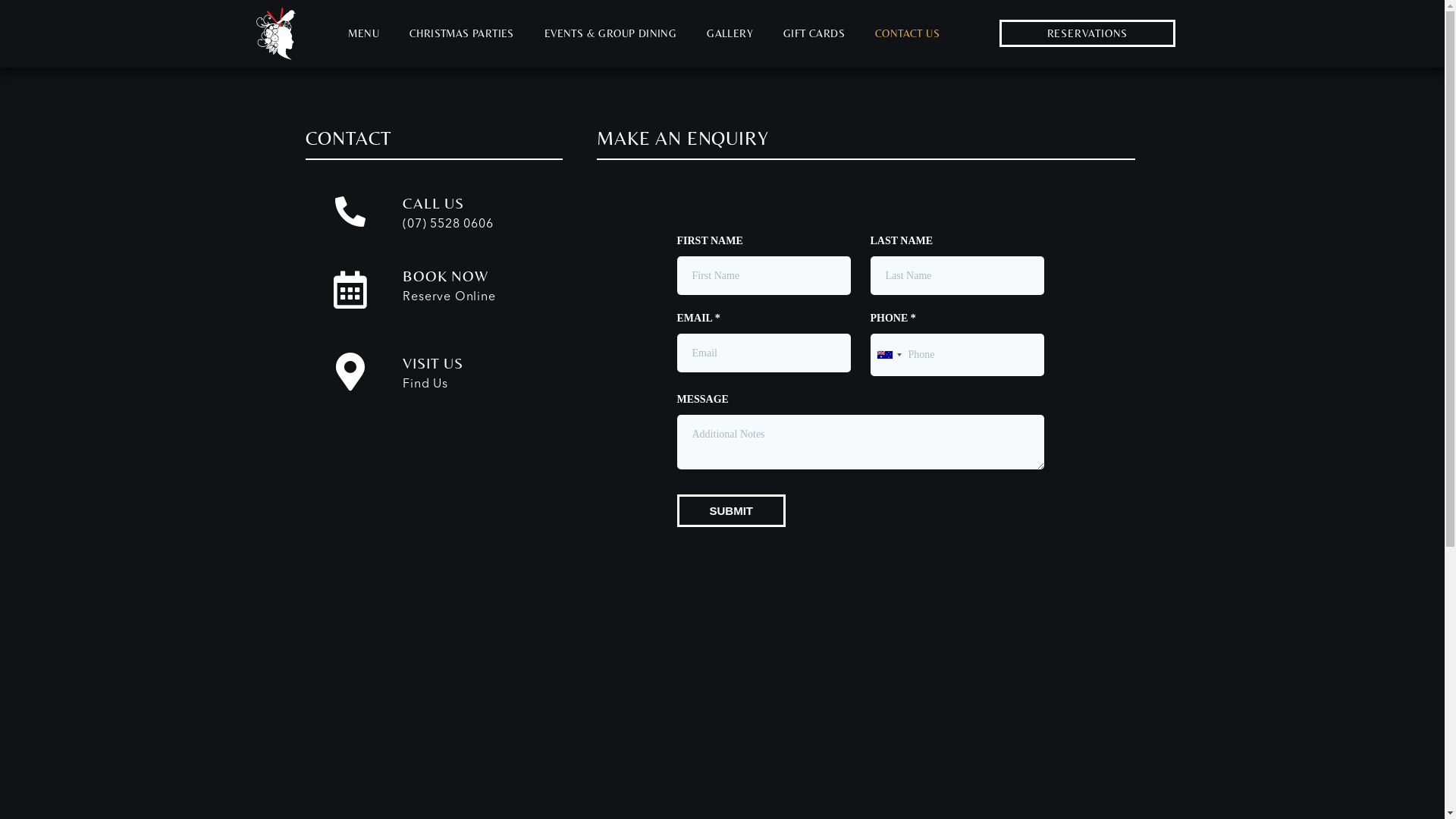 The height and width of the screenshot is (819, 1456). Describe the element at coordinates (447, 297) in the screenshot. I see `'Reserve Online'` at that location.